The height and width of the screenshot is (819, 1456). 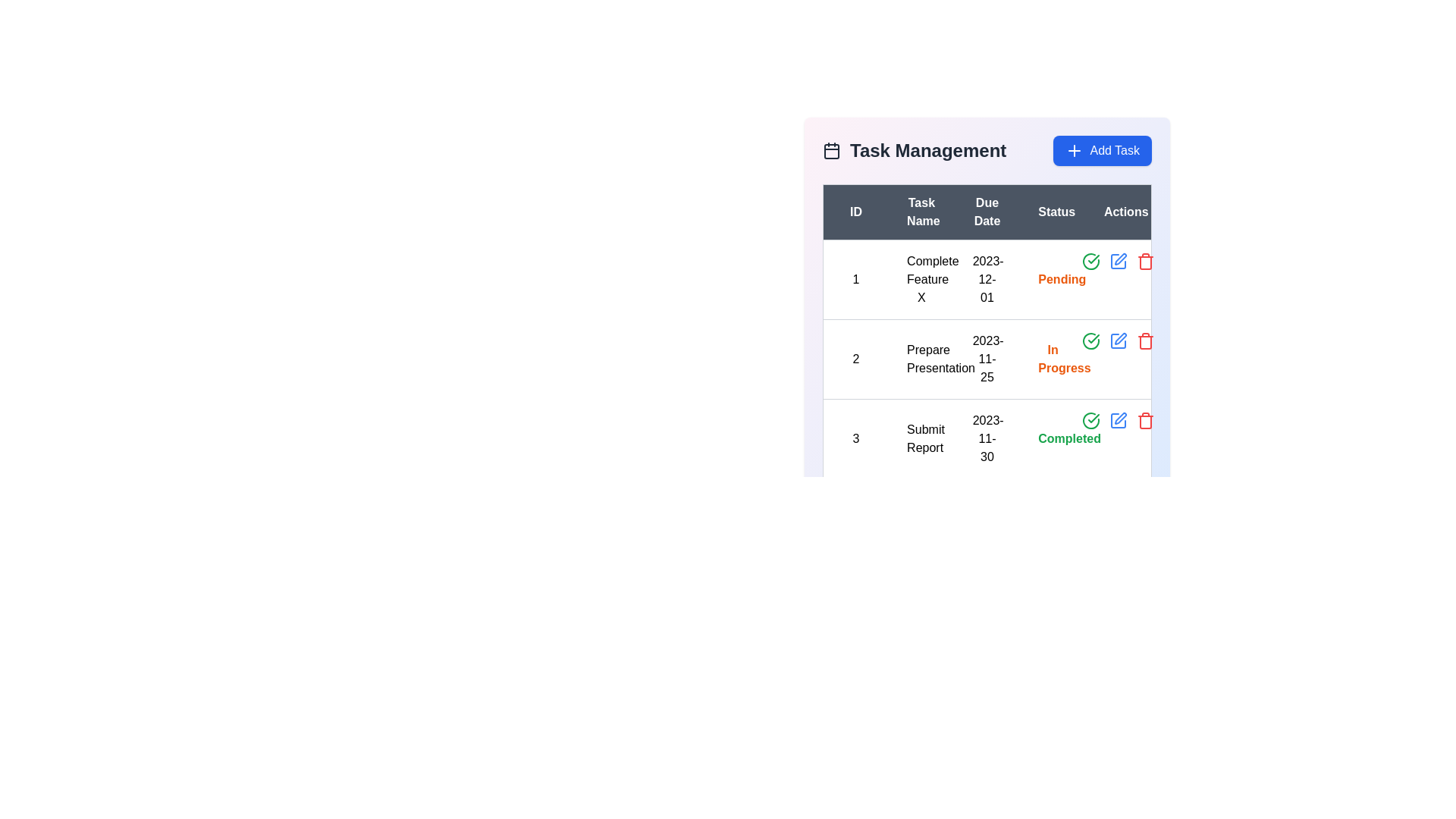 I want to click on the second row in the task management table, which displays details such as ID '2', task name 'Prepare Presentation', due date '2023-11-25', and status 'In Progress', so click(x=987, y=359).